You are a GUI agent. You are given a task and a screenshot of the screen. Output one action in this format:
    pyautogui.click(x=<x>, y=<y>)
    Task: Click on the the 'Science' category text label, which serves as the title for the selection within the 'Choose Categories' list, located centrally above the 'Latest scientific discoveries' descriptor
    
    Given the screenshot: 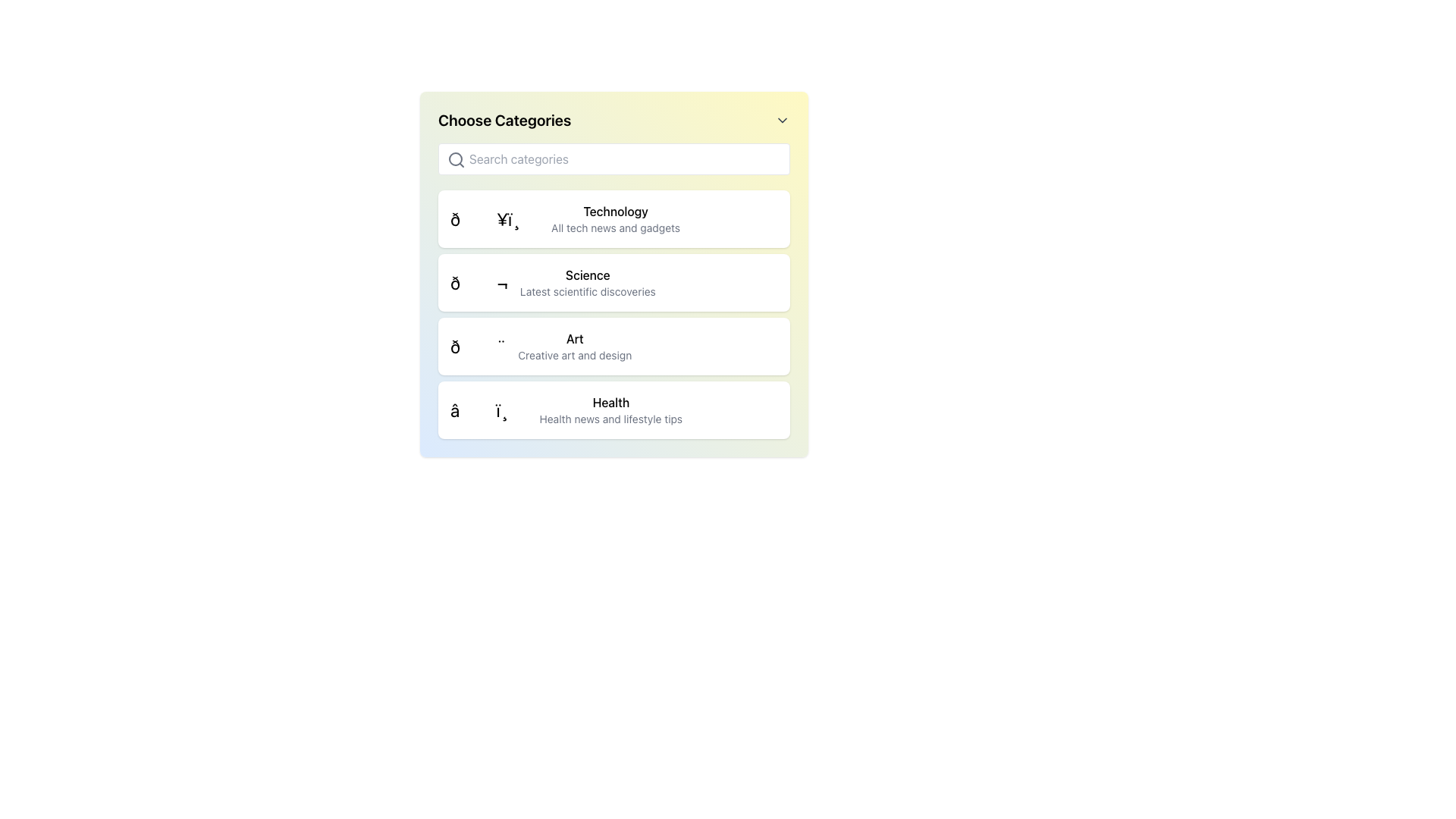 What is the action you would take?
    pyautogui.click(x=587, y=275)
    